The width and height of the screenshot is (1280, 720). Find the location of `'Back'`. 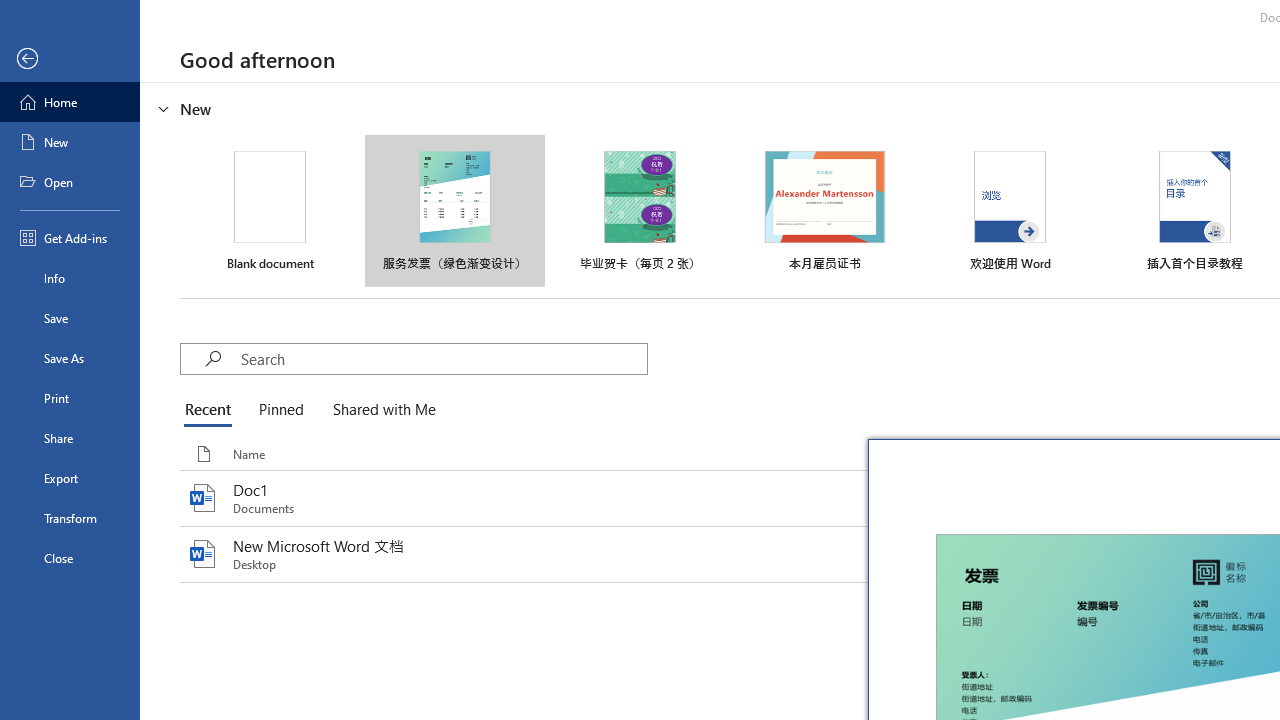

'Back' is located at coordinates (69, 58).